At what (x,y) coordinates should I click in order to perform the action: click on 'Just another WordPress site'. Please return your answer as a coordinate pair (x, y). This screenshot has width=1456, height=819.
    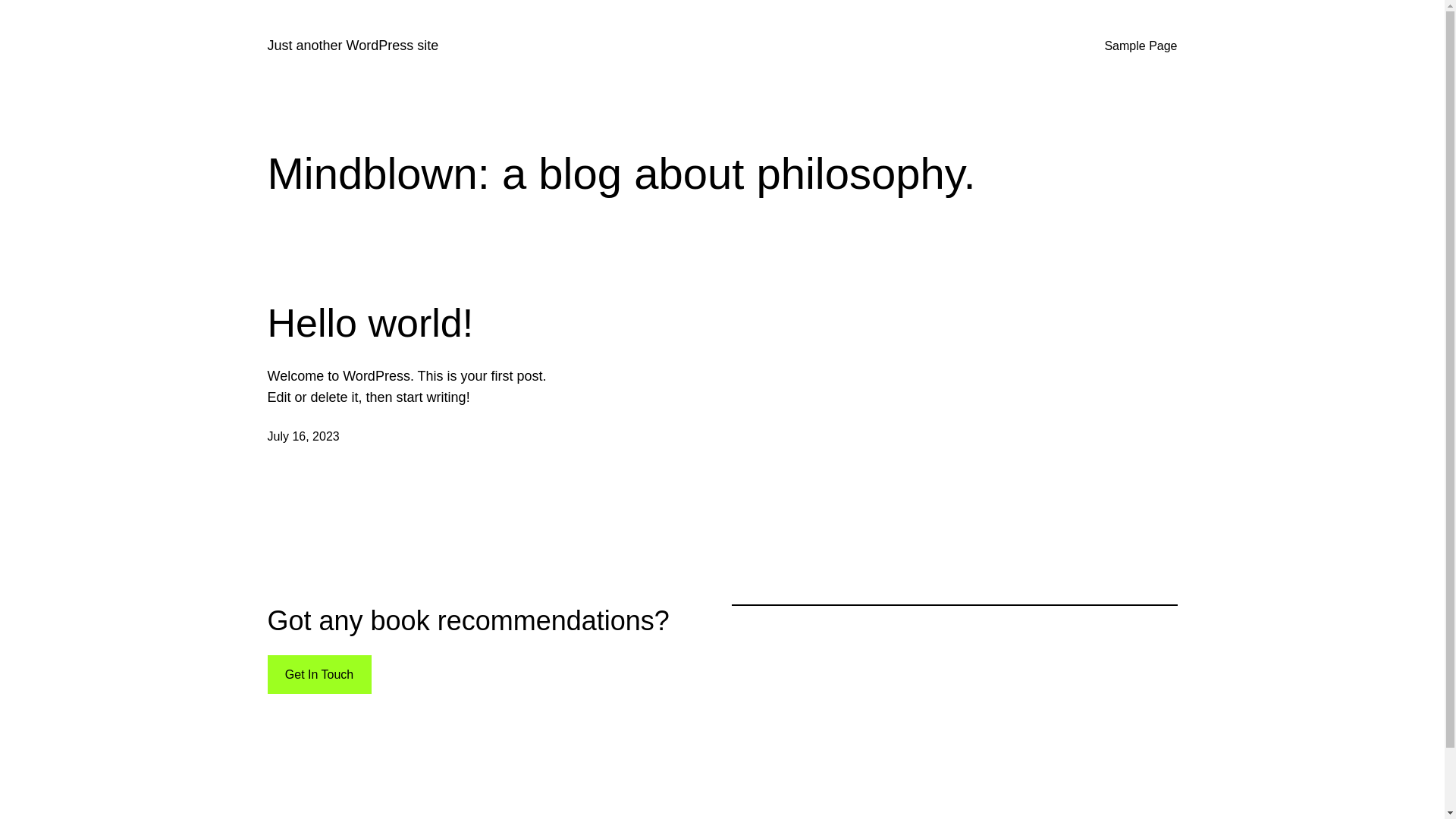
    Looking at the image, I should click on (352, 45).